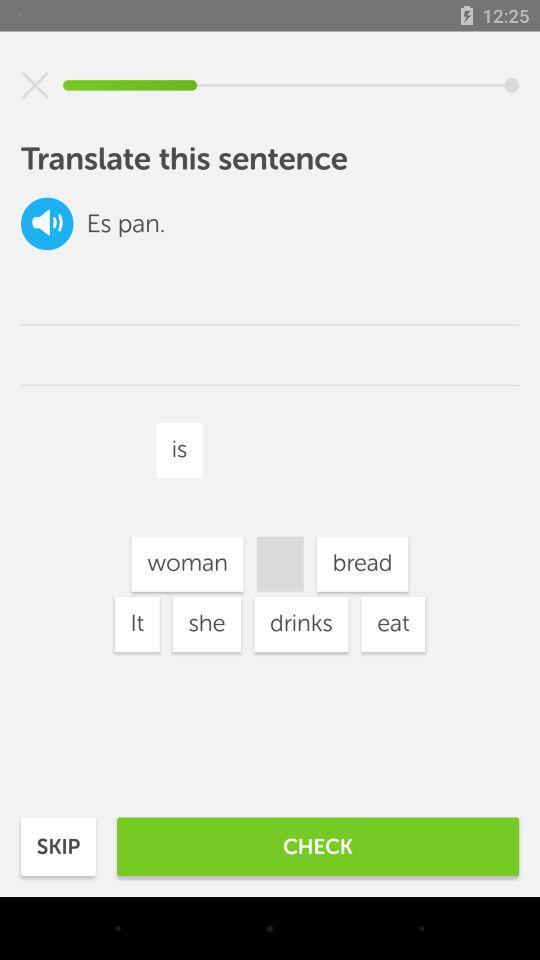 This screenshot has height=960, width=540. What do you see at coordinates (58, 845) in the screenshot?
I see `the skip icon` at bounding box center [58, 845].